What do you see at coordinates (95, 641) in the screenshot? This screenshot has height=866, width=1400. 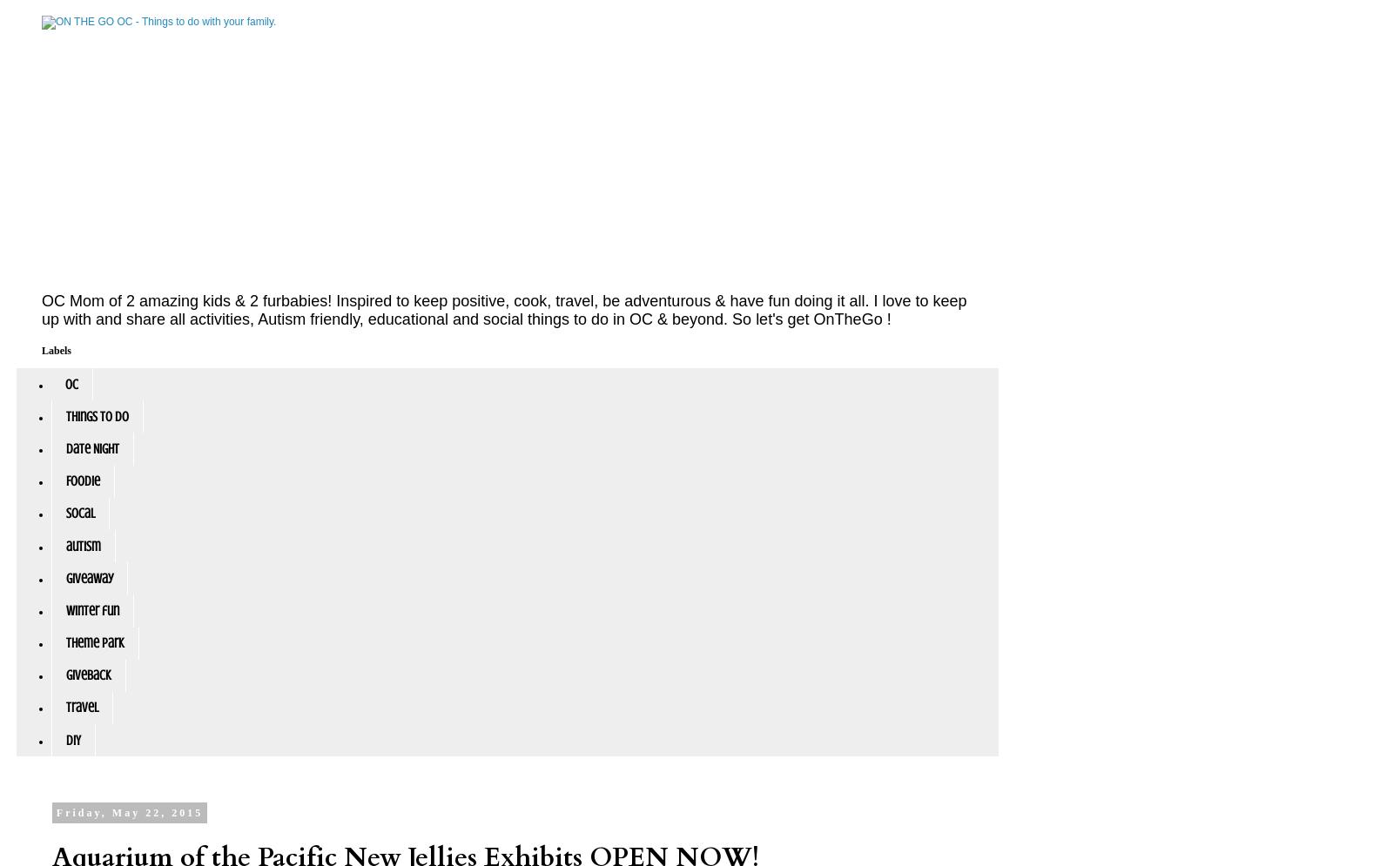 I see `'Theme Park'` at bounding box center [95, 641].